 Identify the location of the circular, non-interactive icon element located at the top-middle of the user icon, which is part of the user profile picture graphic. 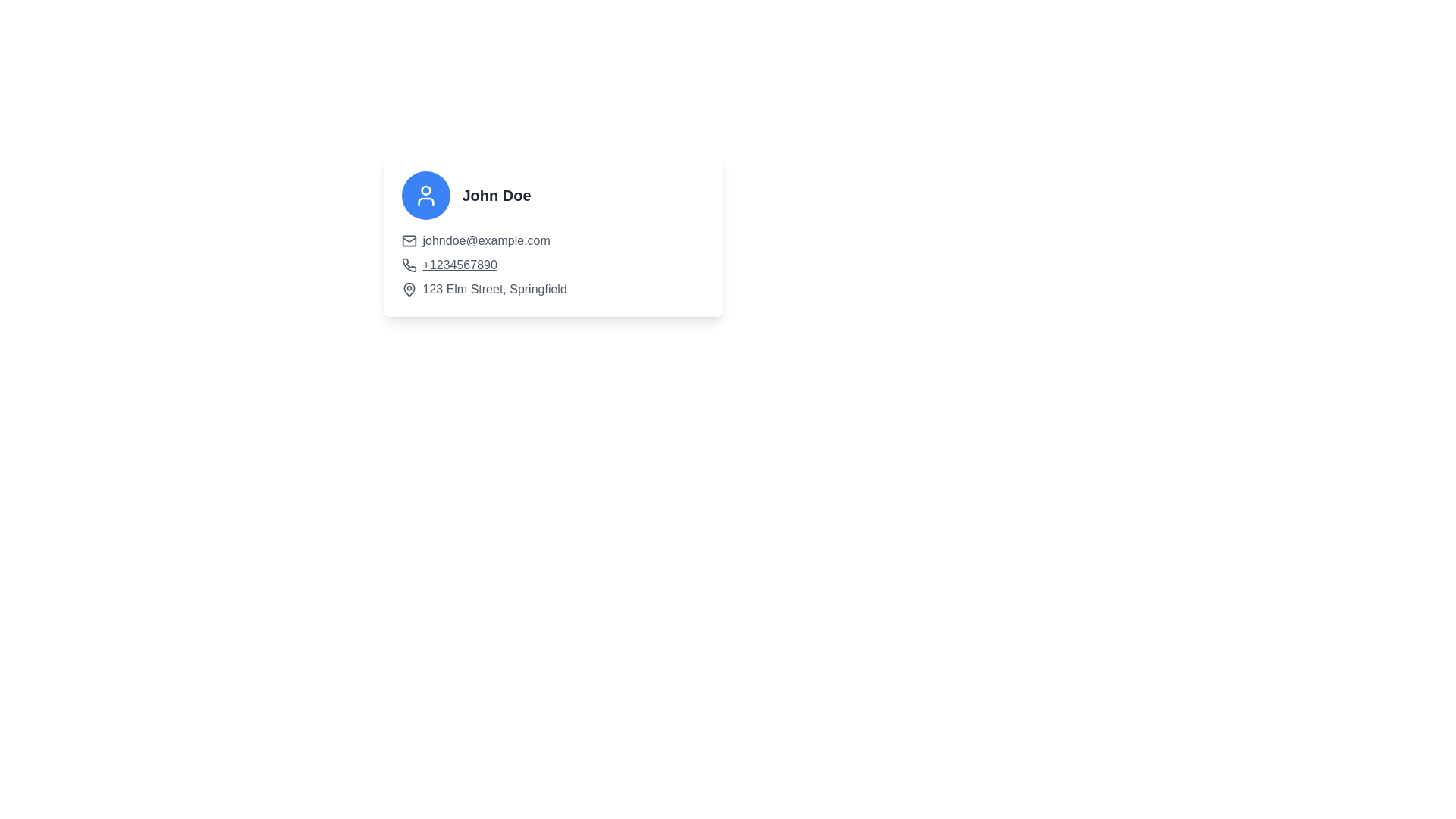
(425, 190).